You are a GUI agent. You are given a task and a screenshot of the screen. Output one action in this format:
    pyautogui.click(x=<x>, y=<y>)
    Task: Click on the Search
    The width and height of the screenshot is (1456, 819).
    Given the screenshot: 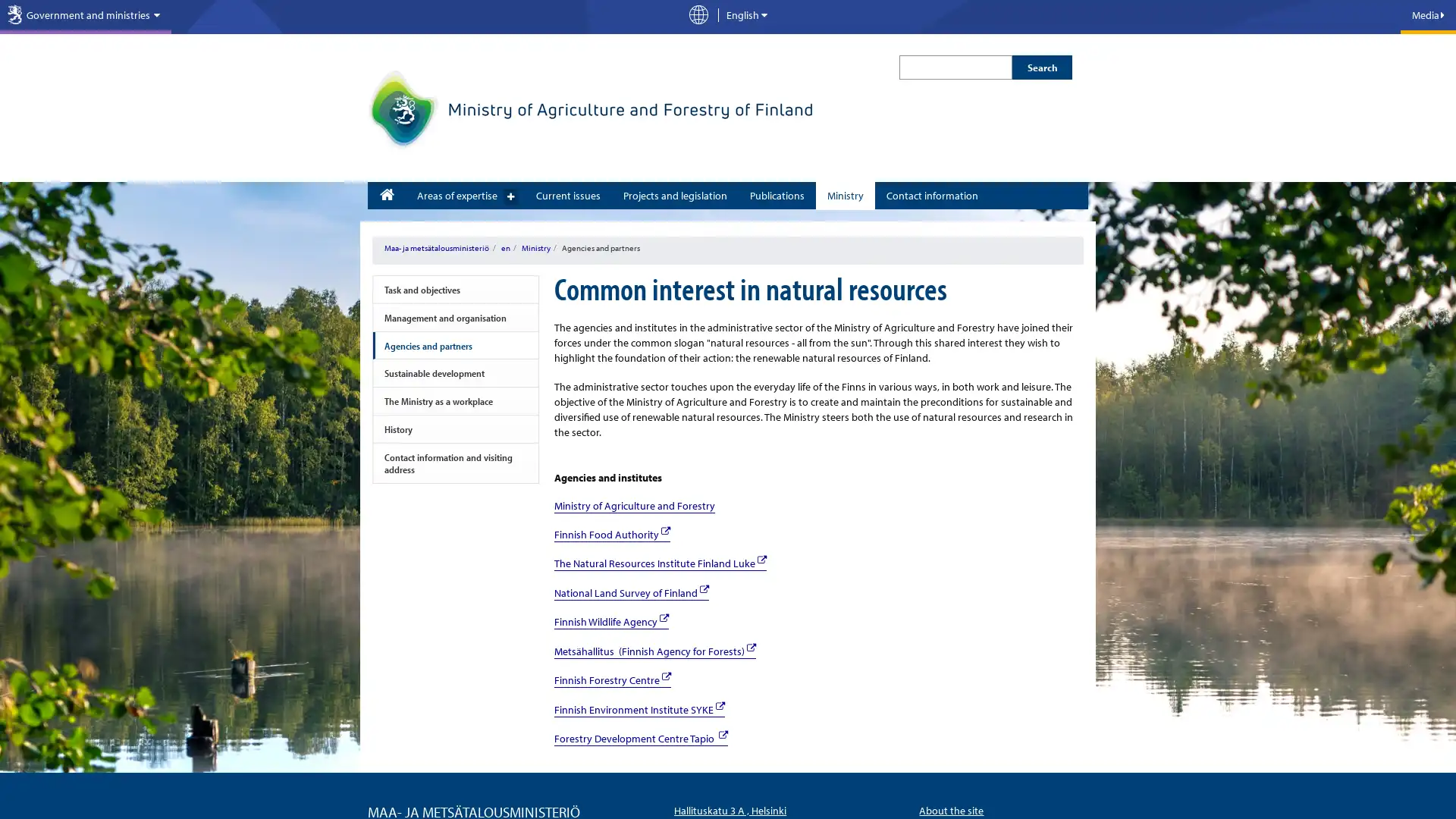 What is the action you would take?
    pyautogui.click(x=1041, y=66)
    